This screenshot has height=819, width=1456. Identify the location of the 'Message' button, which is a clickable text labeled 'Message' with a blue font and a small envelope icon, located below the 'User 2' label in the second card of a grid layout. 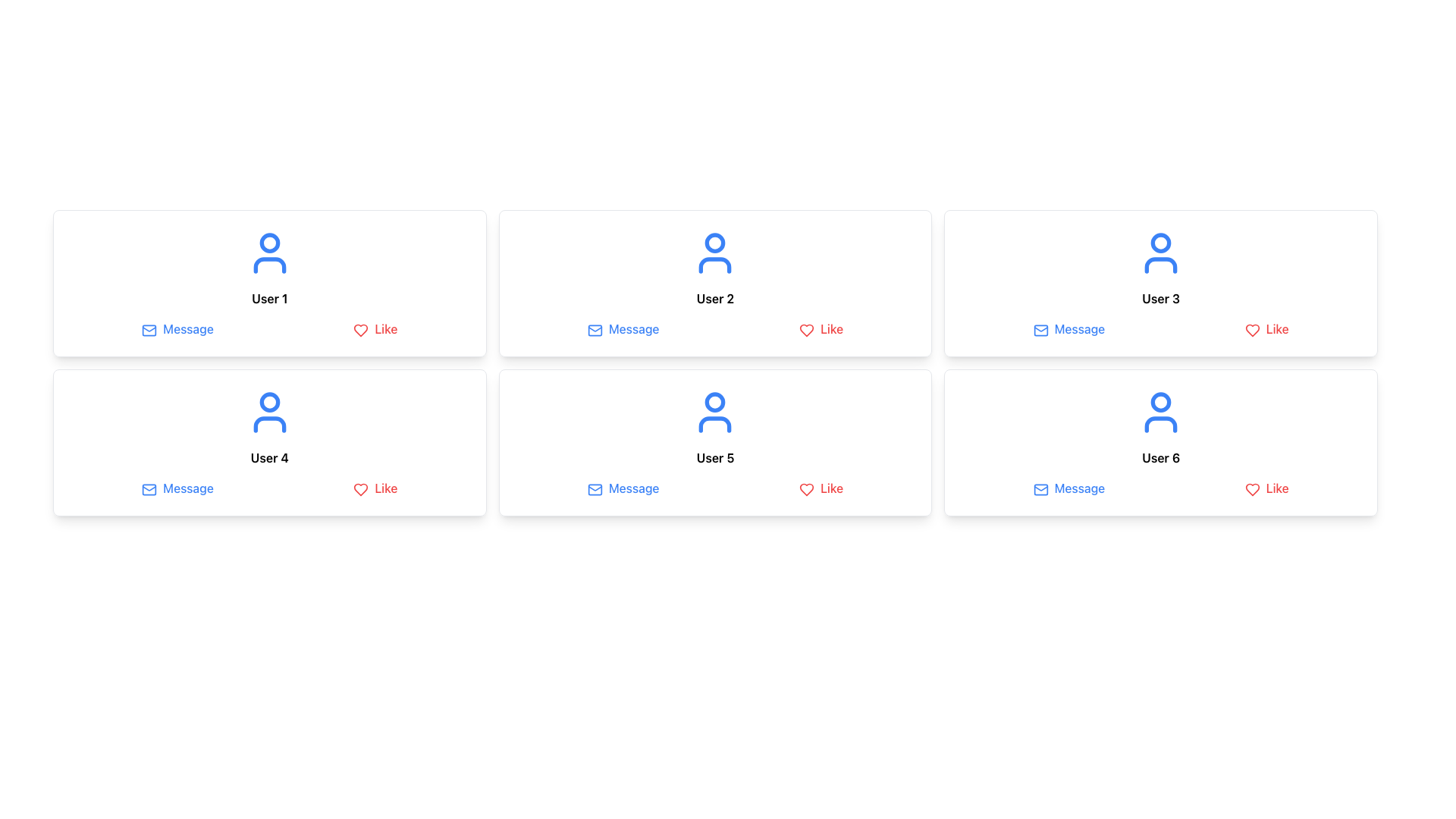
(623, 328).